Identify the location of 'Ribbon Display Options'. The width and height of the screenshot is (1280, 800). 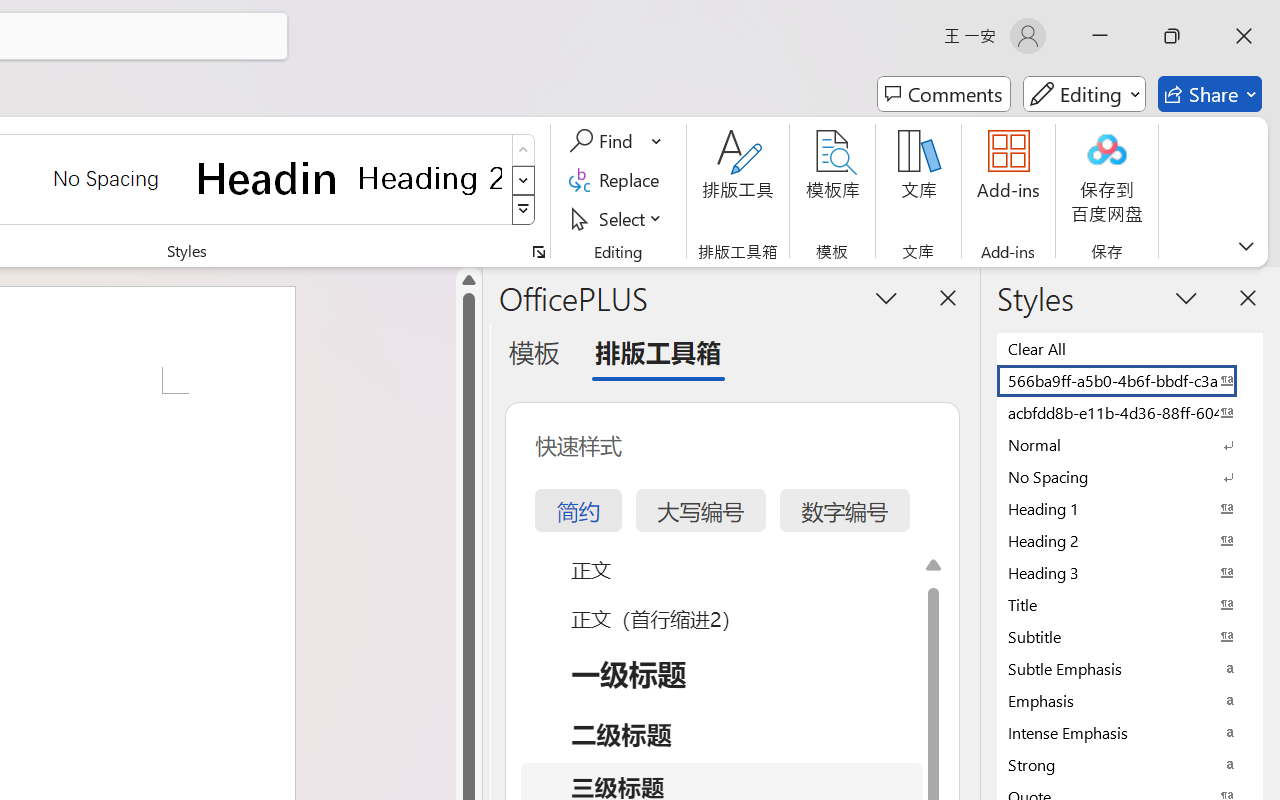
(1245, 245).